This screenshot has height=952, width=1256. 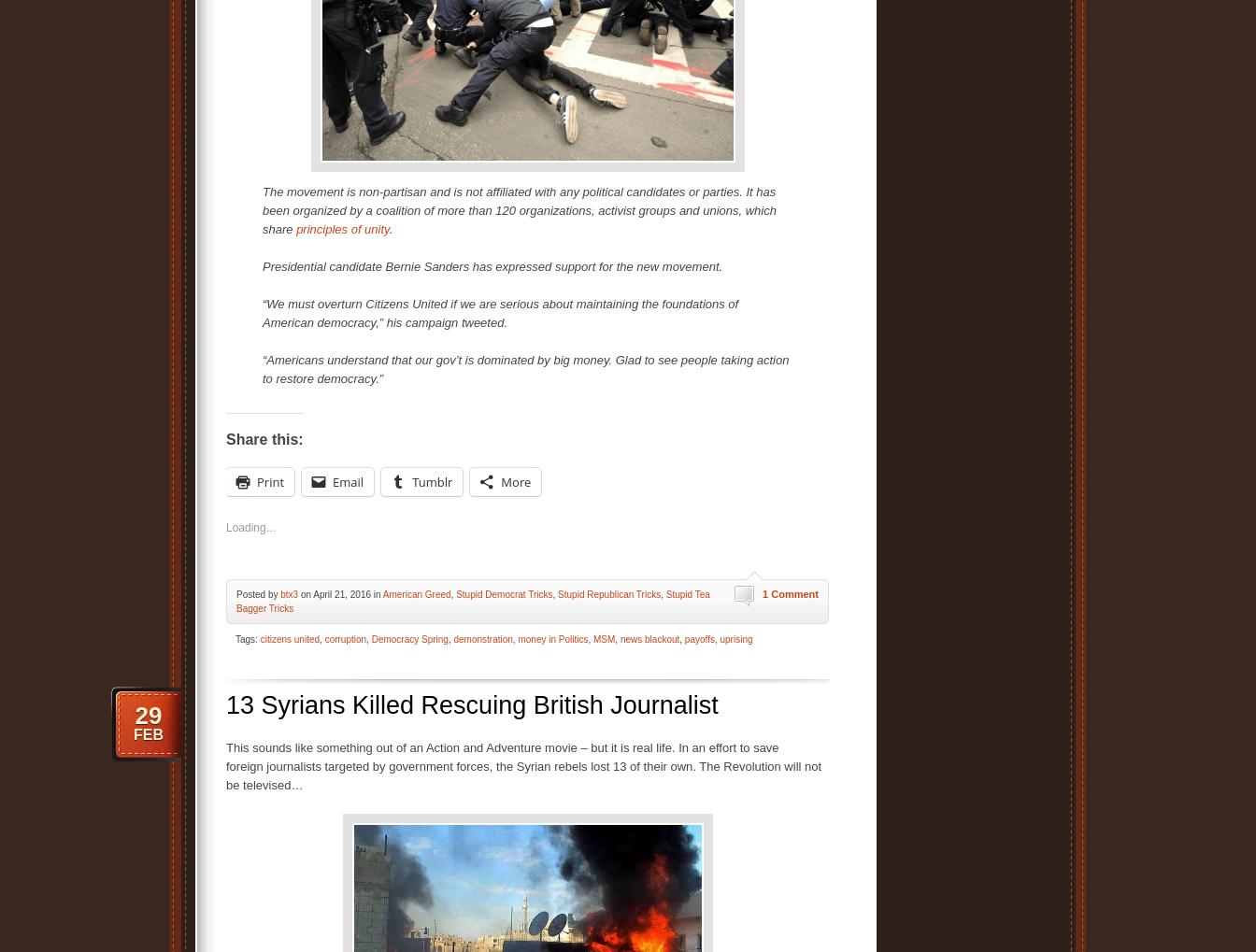 What do you see at coordinates (270, 482) in the screenshot?
I see `'Print'` at bounding box center [270, 482].